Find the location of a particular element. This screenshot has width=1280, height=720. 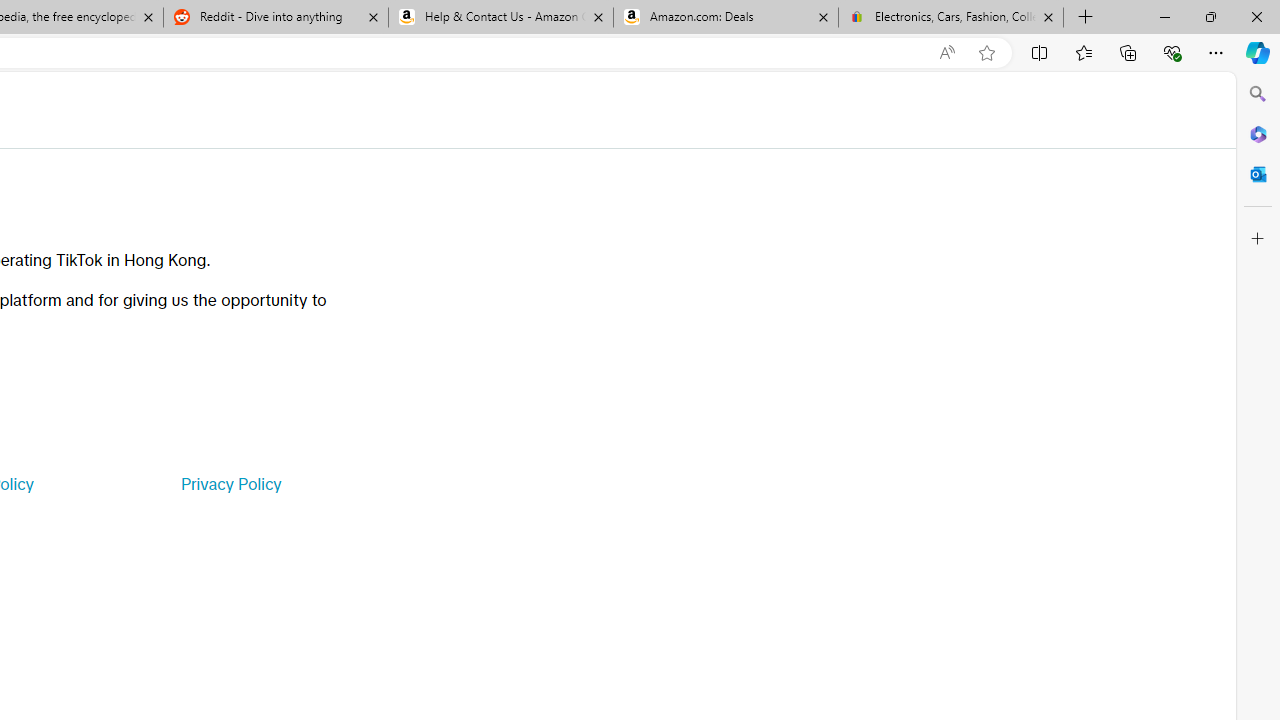

'Customize' is located at coordinates (1257, 238).